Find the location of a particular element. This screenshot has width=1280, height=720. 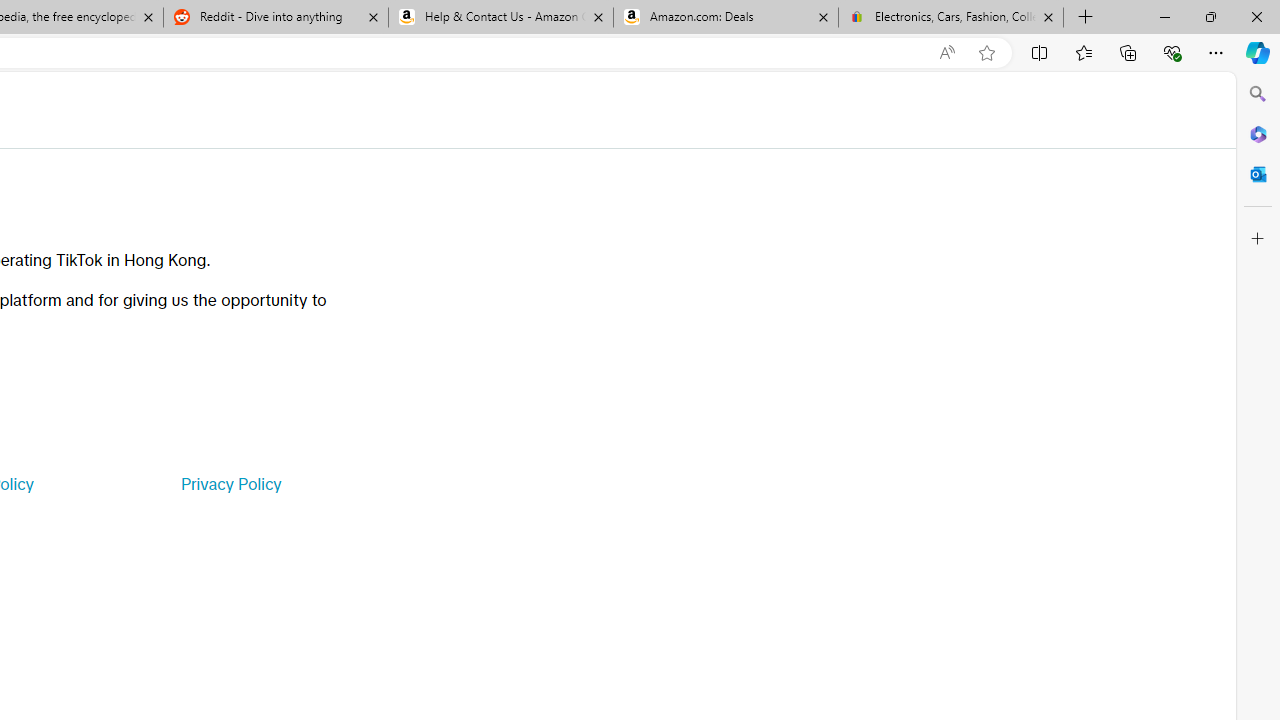

'Customize' is located at coordinates (1257, 238).